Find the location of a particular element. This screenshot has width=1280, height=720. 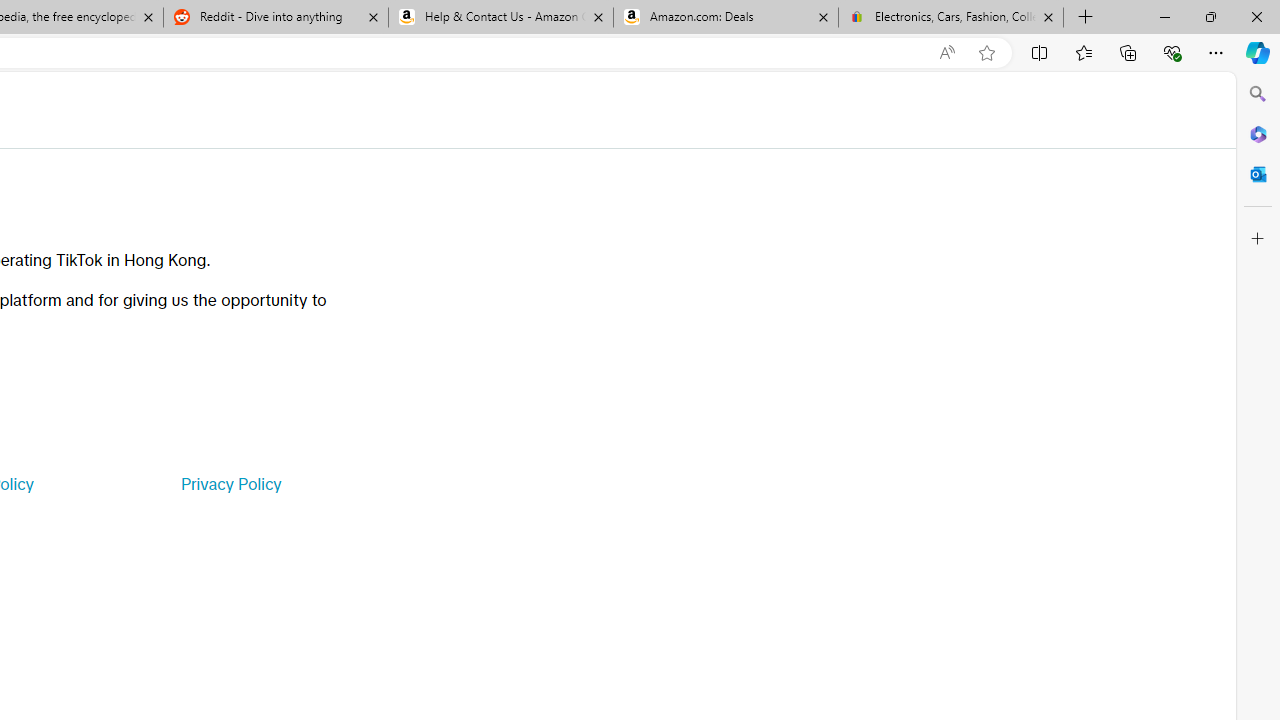

'Customize' is located at coordinates (1257, 238).